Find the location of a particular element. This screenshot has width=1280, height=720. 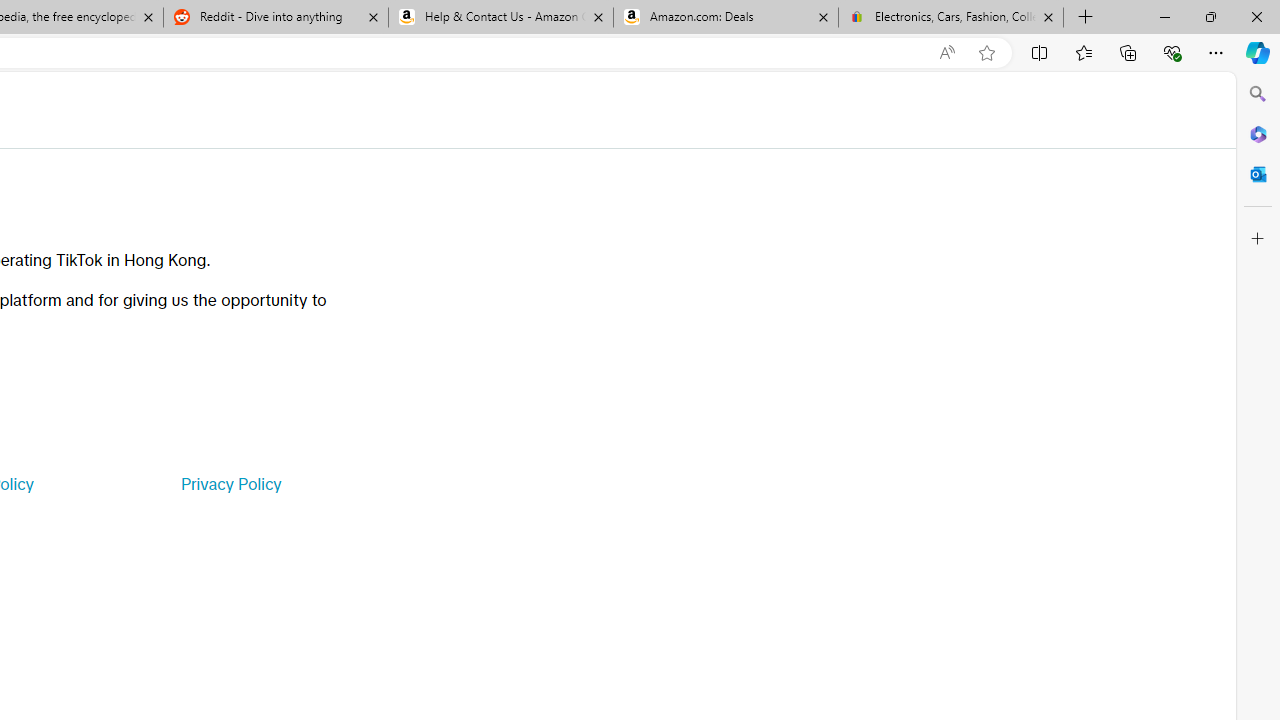

'Customize' is located at coordinates (1257, 238).